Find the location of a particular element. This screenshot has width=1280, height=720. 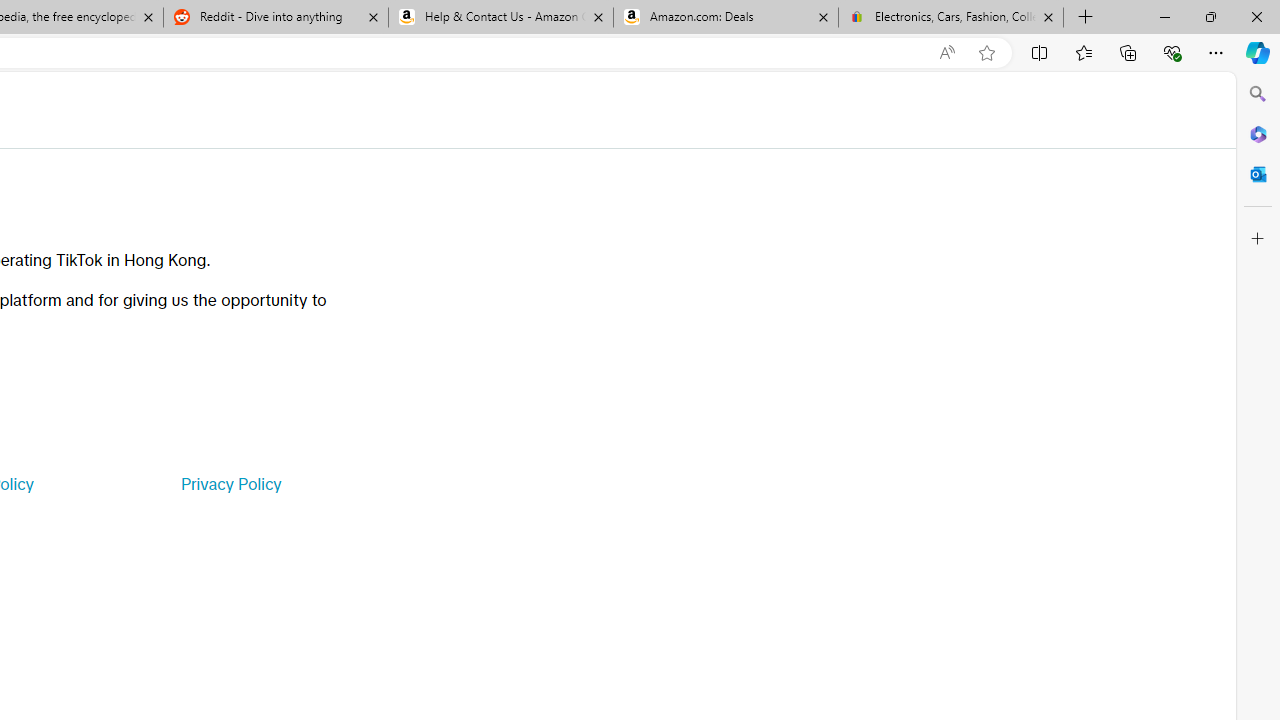

'Customize' is located at coordinates (1257, 238).